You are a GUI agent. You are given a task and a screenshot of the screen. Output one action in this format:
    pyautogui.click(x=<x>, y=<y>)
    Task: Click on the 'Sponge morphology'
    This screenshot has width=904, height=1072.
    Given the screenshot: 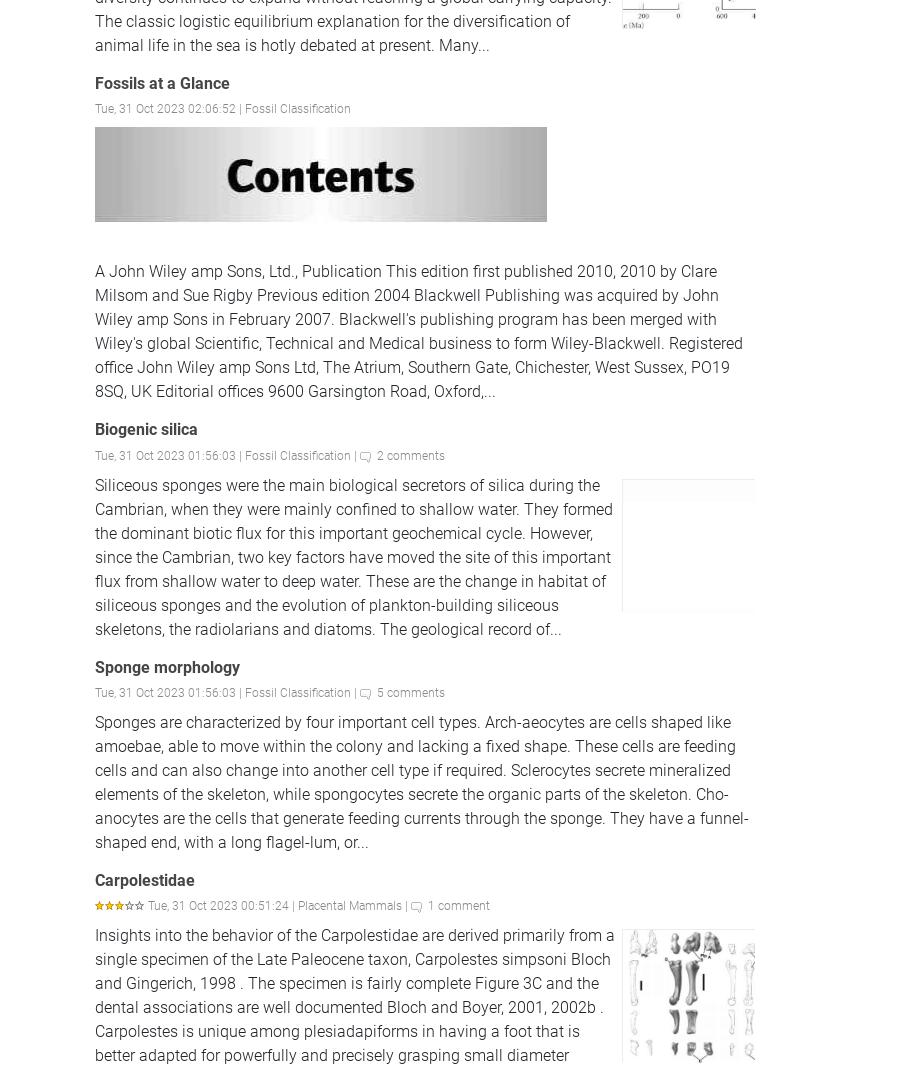 What is the action you would take?
    pyautogui.click(x=166, y=666)
    